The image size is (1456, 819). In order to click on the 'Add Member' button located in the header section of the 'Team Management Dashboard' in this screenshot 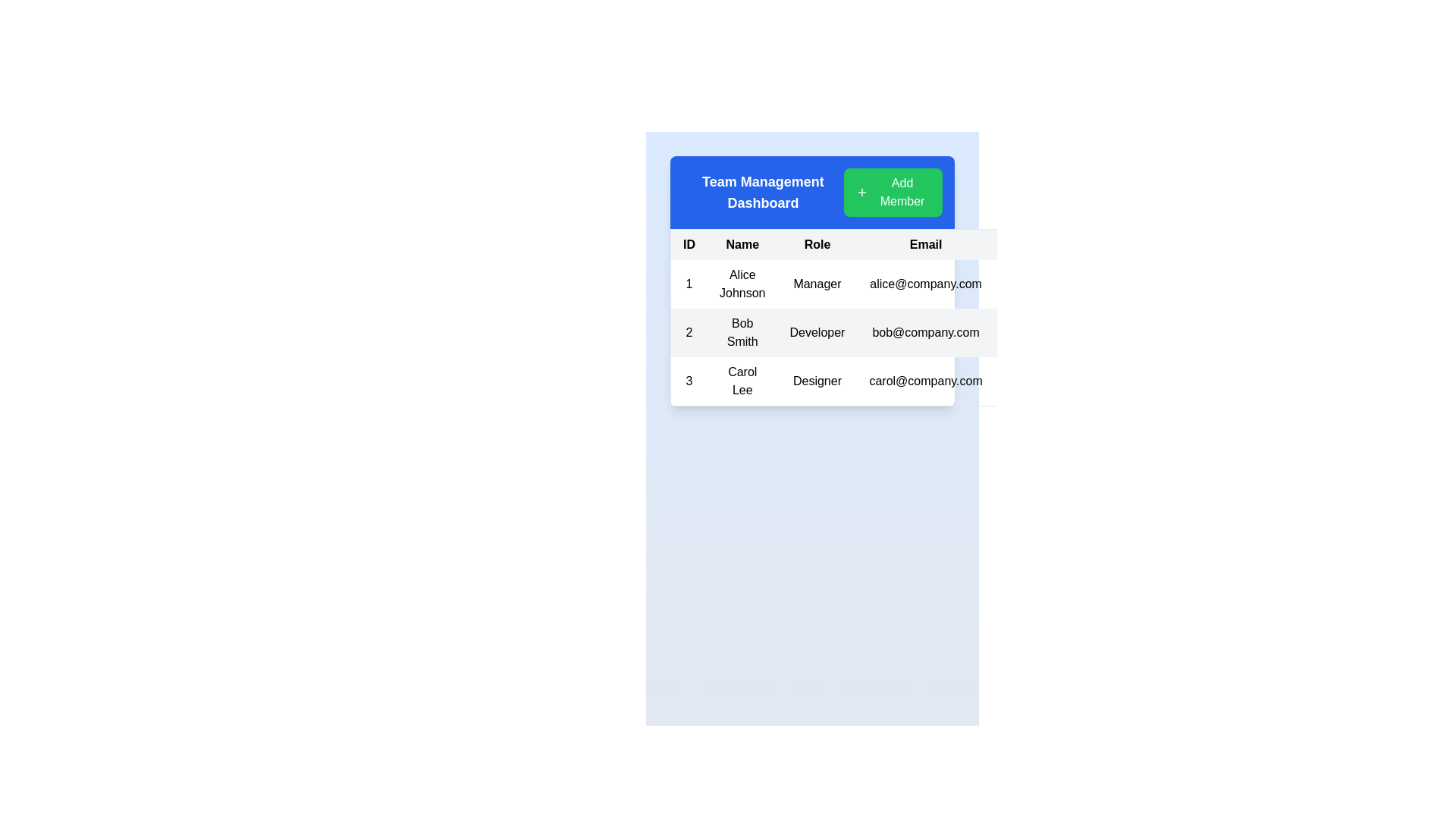, I will do `click(893, 192)`.